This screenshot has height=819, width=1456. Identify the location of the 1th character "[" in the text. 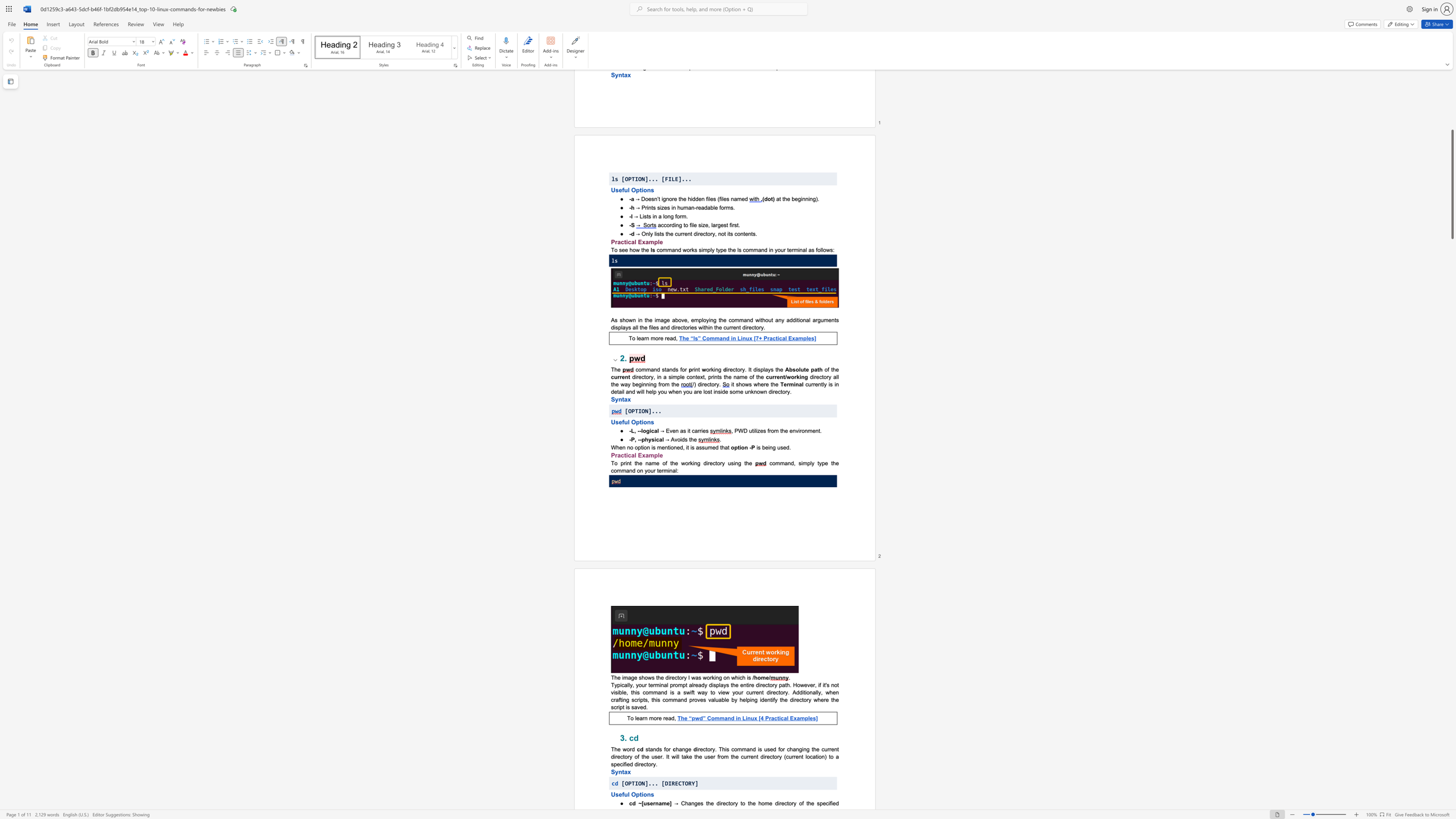
(759, 717).